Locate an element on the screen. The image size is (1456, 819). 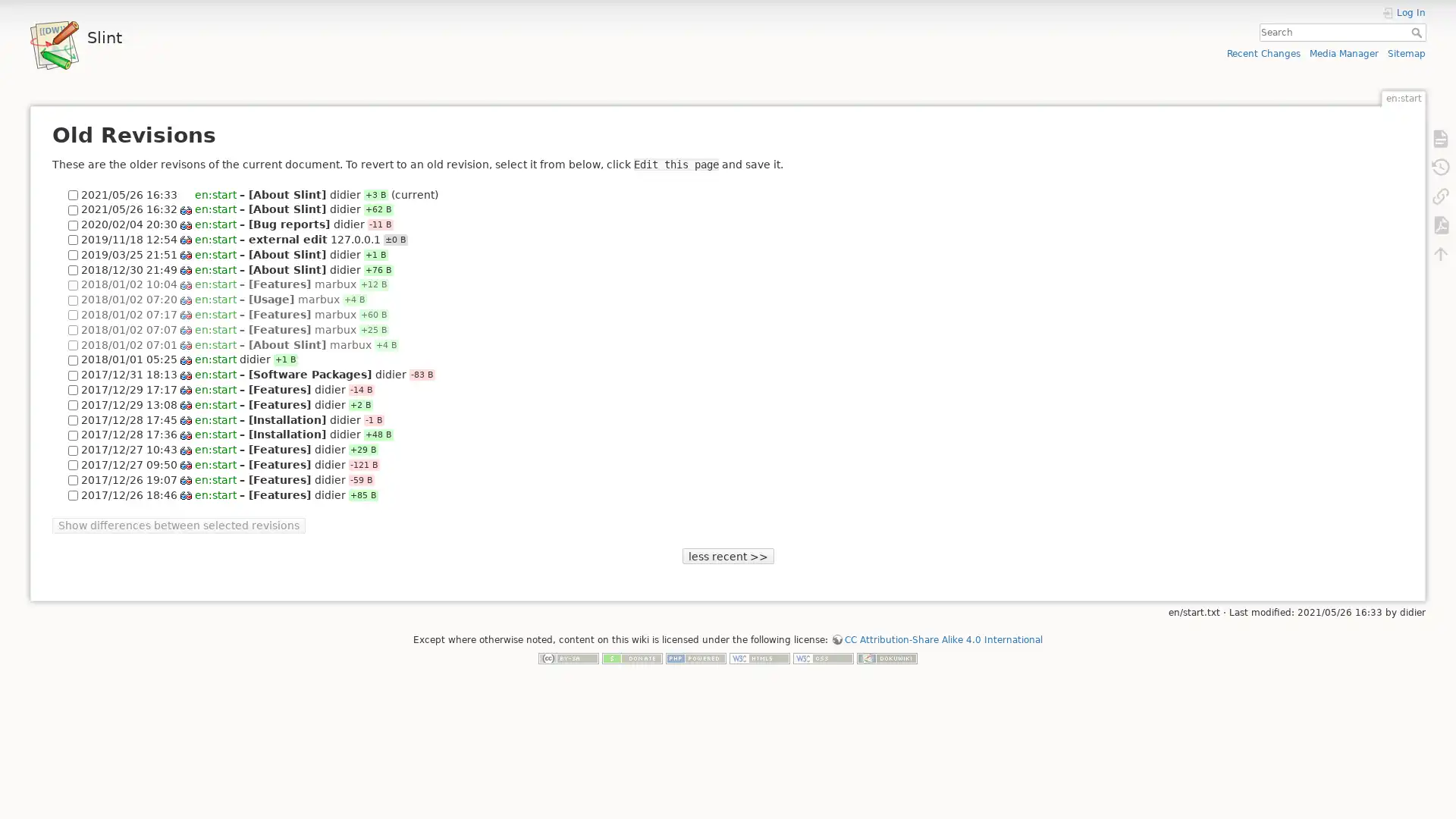
Search is located at coordinates (1417, 32).